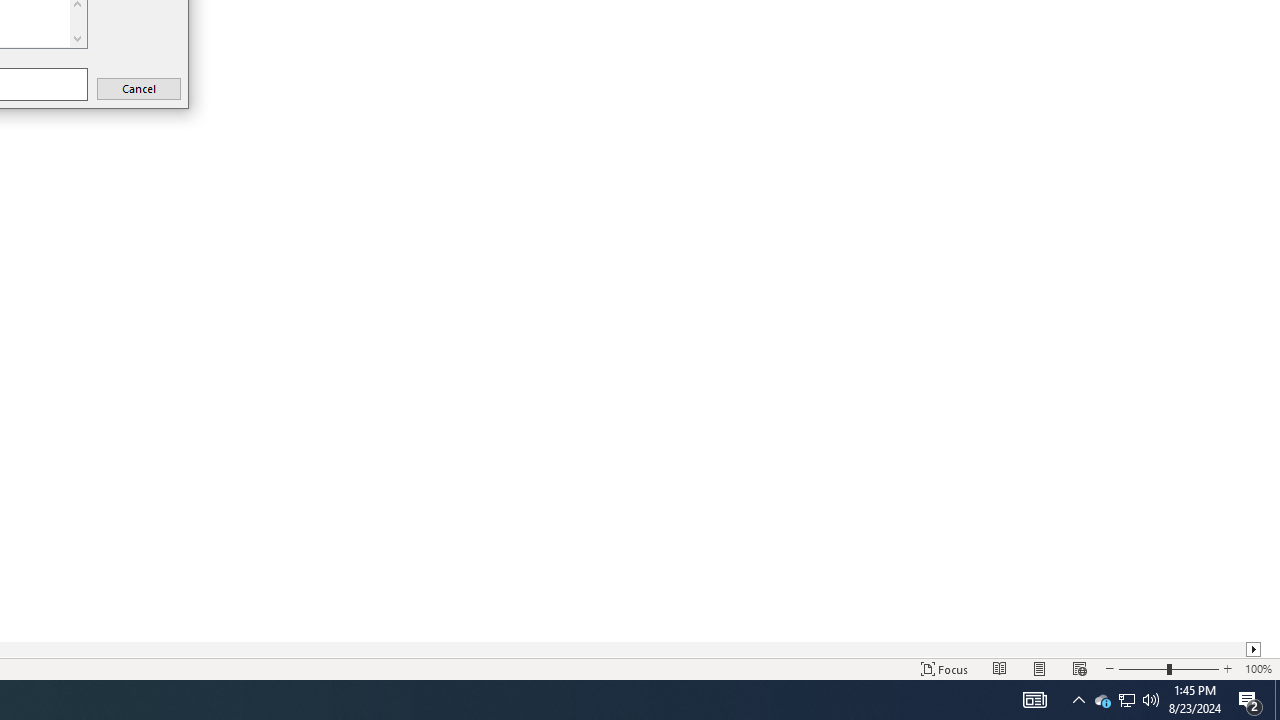 This screenshot has height=720, width=1280. What do you see at coordinates (1253, 649) in the screenshot?
I see `'Column right'` at bounding box center [1253, 649].